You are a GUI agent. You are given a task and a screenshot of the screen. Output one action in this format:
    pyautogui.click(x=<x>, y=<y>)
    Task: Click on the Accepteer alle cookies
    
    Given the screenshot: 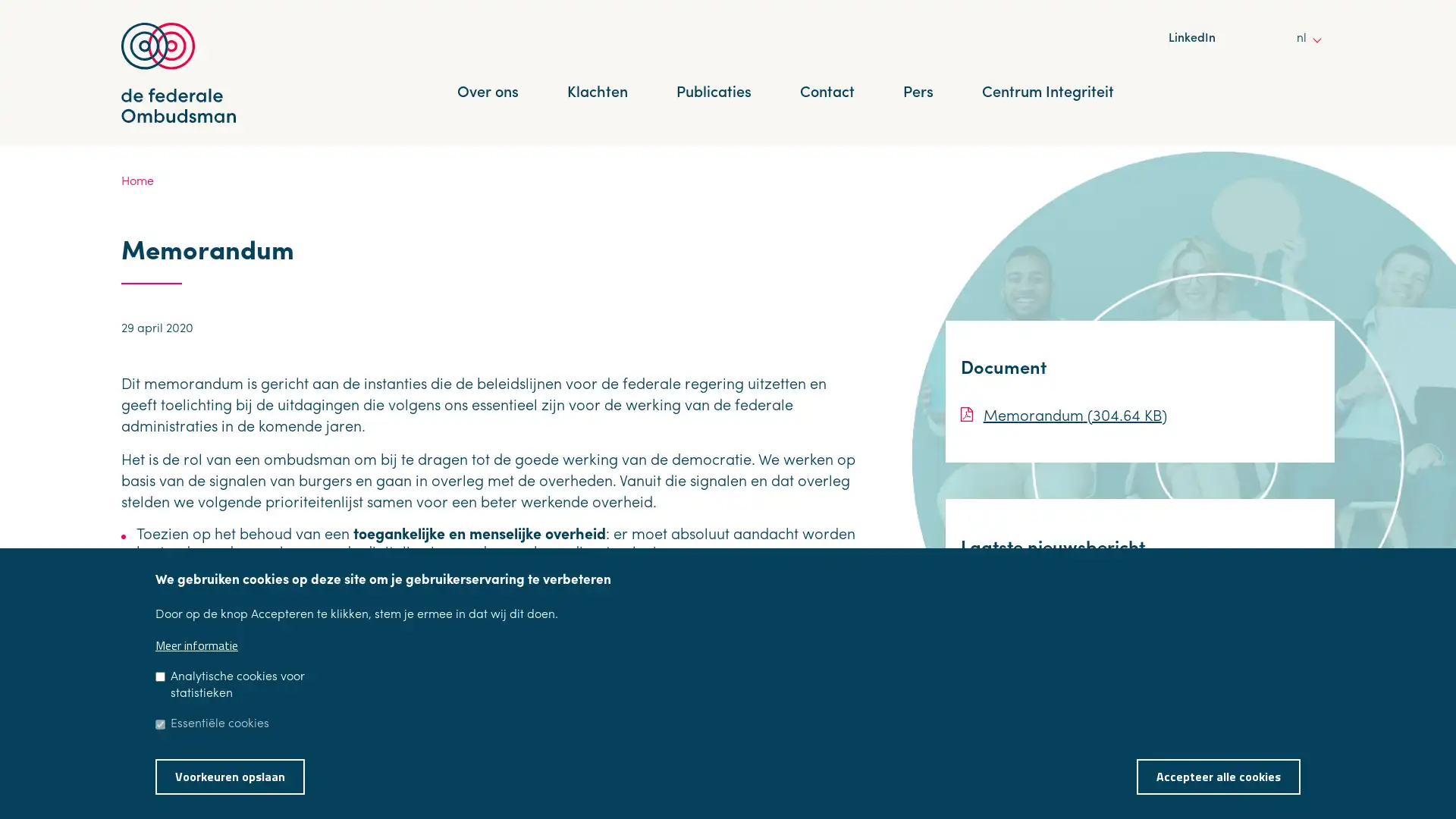 What is the action you would take?
    pyautogui.click(x=1219, y=776)
    